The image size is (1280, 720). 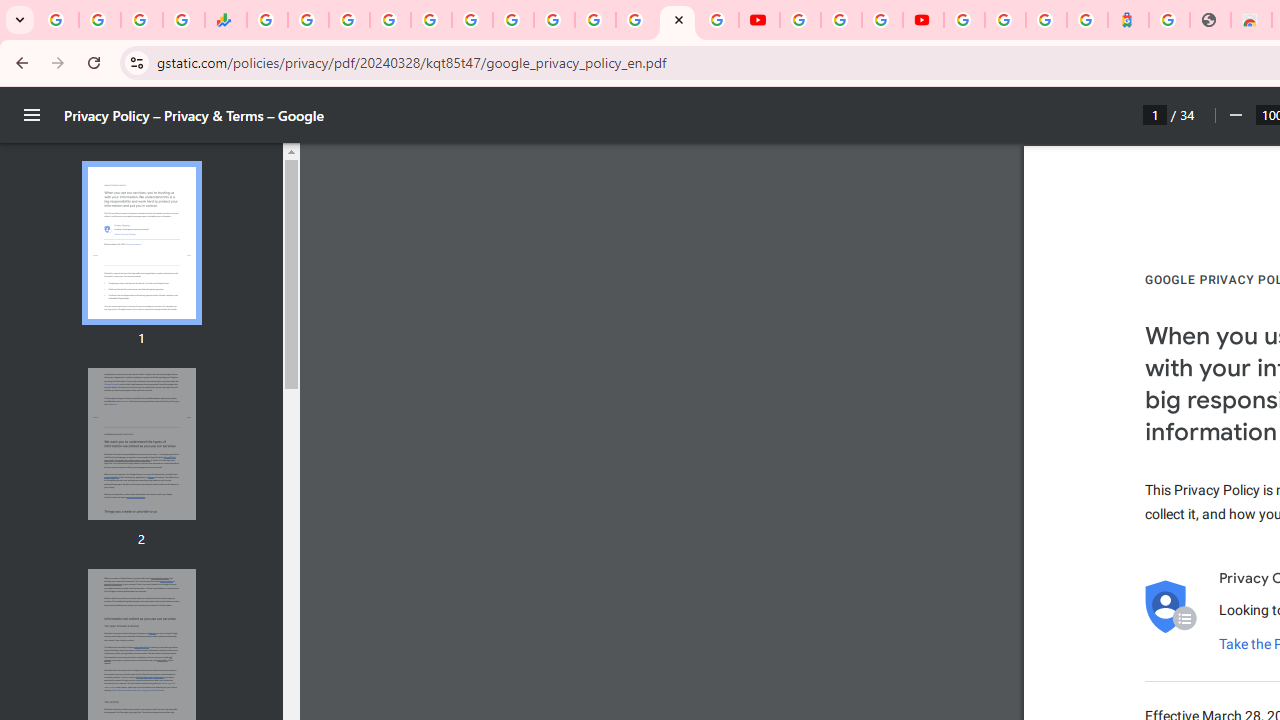 What do you see at coordinates (1155, 114) in the screenshot?
I see `'Page number'` at bounding box center [1155, 114].